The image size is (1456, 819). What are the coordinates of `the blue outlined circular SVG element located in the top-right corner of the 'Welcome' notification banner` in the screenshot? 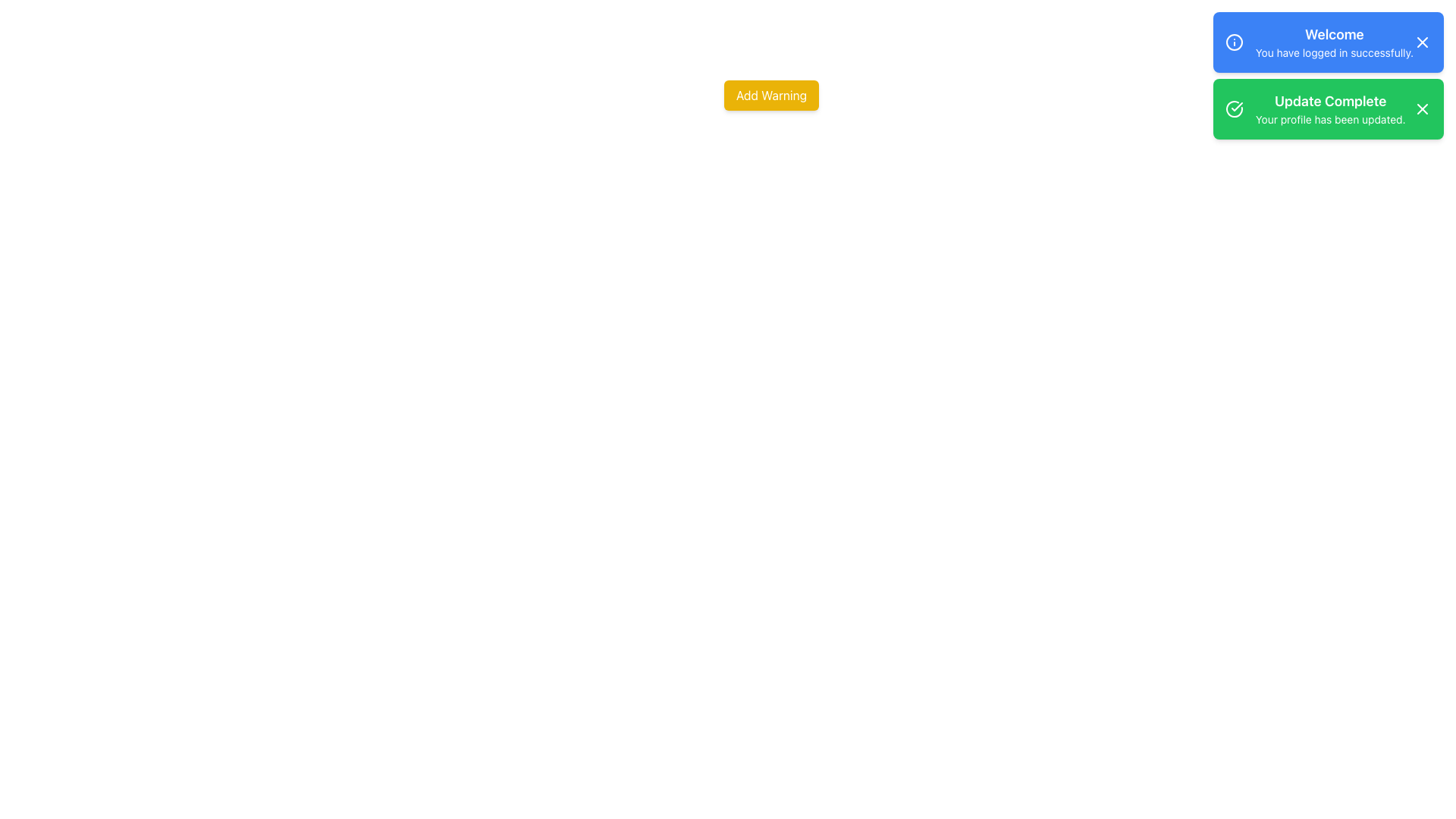 It's located at (1234, 42).